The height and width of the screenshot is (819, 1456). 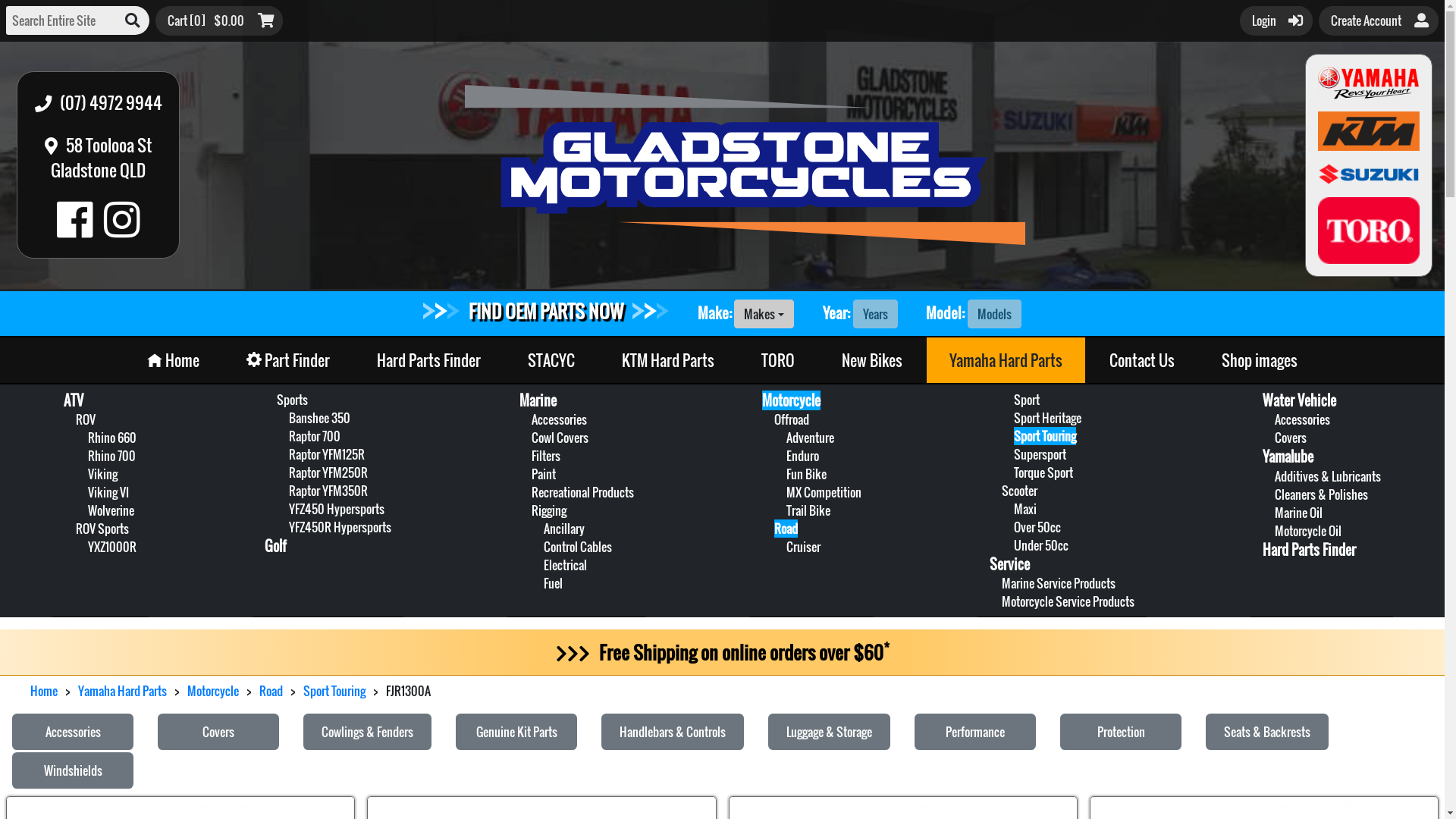 I want to click on 'Contact Us', so click(x=1142, y=359).